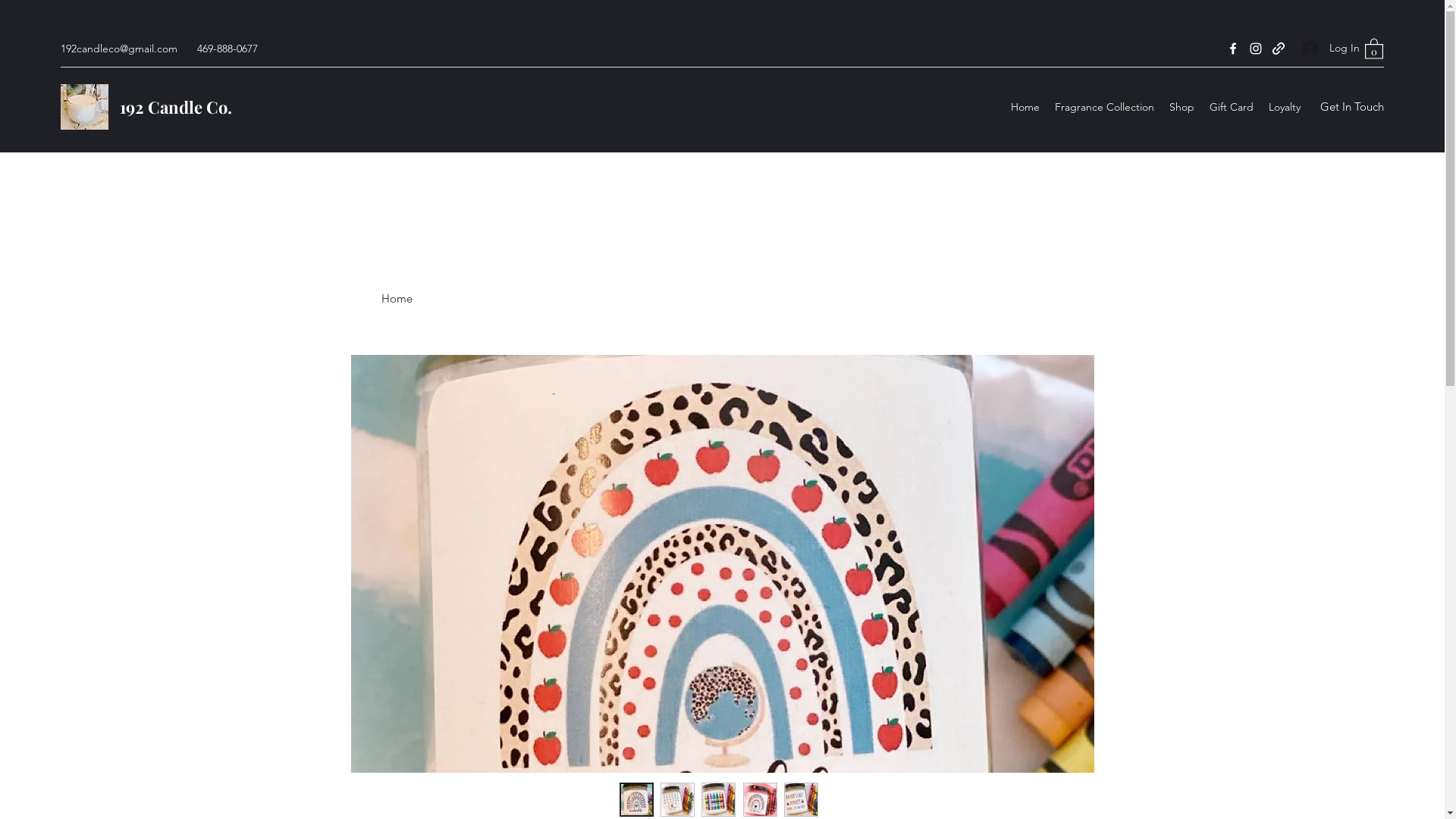 The width and height of the screenshot is (1456, 819). I want to click on 'Fragrance Collection', so click(1104, 106).